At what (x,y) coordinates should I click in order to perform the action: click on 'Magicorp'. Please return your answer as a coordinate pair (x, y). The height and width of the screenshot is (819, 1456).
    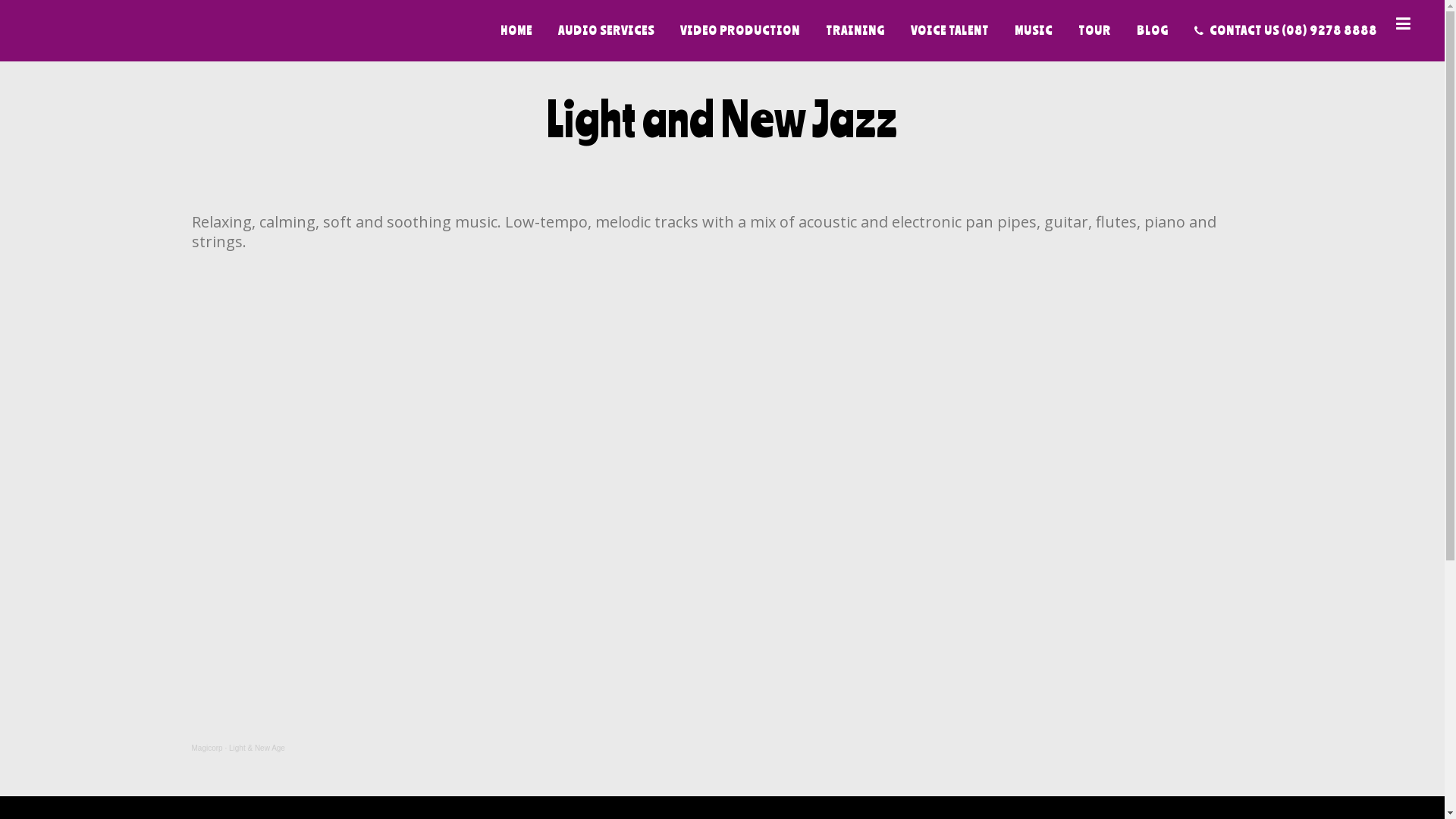
    Looking at the image, I should click on (190, 747).